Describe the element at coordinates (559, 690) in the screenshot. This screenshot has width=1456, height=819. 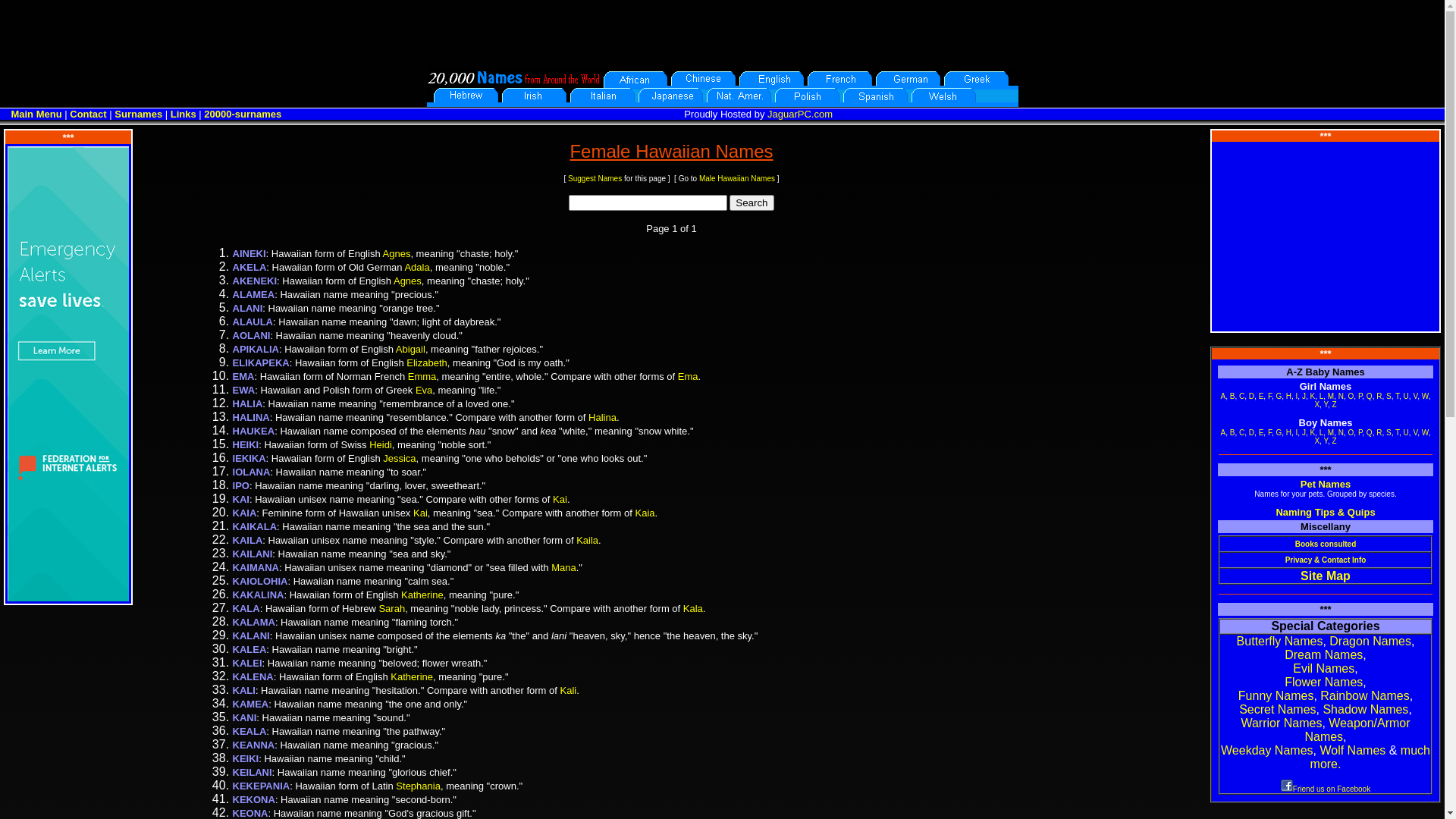
I see `'Kali'` at that location.